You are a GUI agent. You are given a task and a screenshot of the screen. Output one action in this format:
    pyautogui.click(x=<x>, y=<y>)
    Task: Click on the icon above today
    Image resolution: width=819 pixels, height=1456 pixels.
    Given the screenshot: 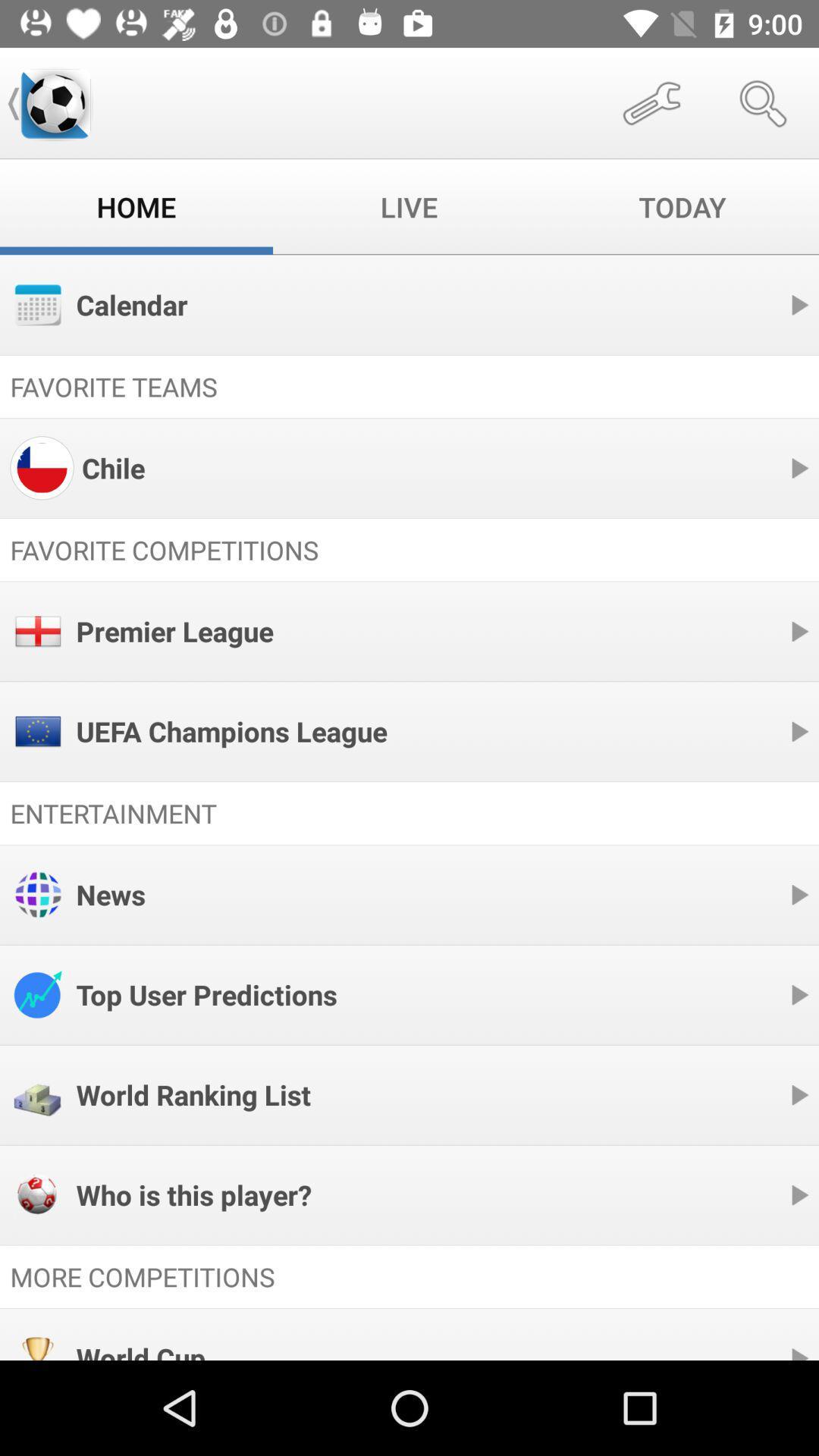 What is the action you would take?
    pyautogui.click(x=651, y=102)
    